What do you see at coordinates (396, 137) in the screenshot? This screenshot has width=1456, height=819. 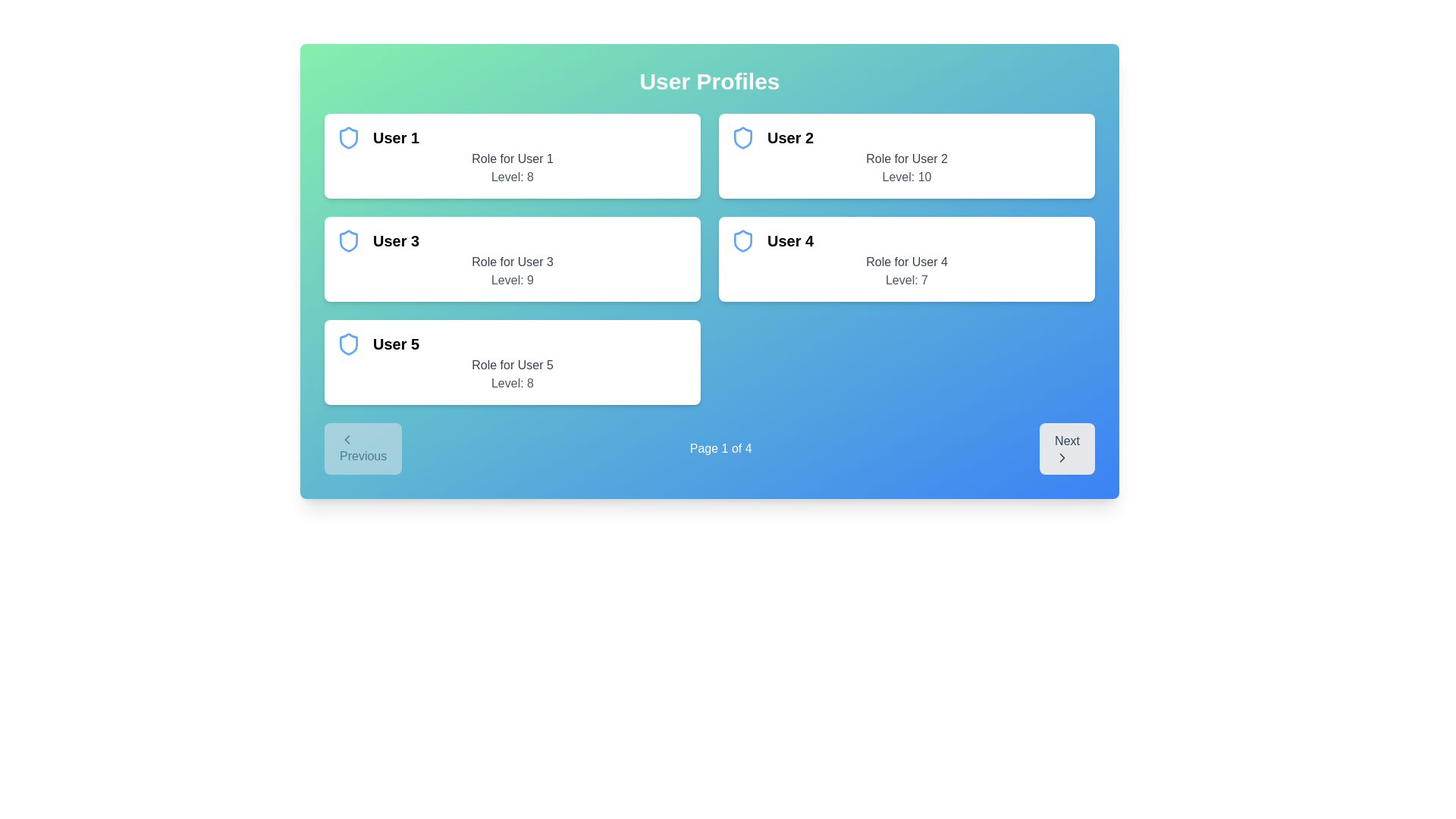 I see `the text label that identifies 'User 1' located at the top-left corner of the first card in the grid layout, to the right of the blue shield icon` at bounding box center [396, 137].